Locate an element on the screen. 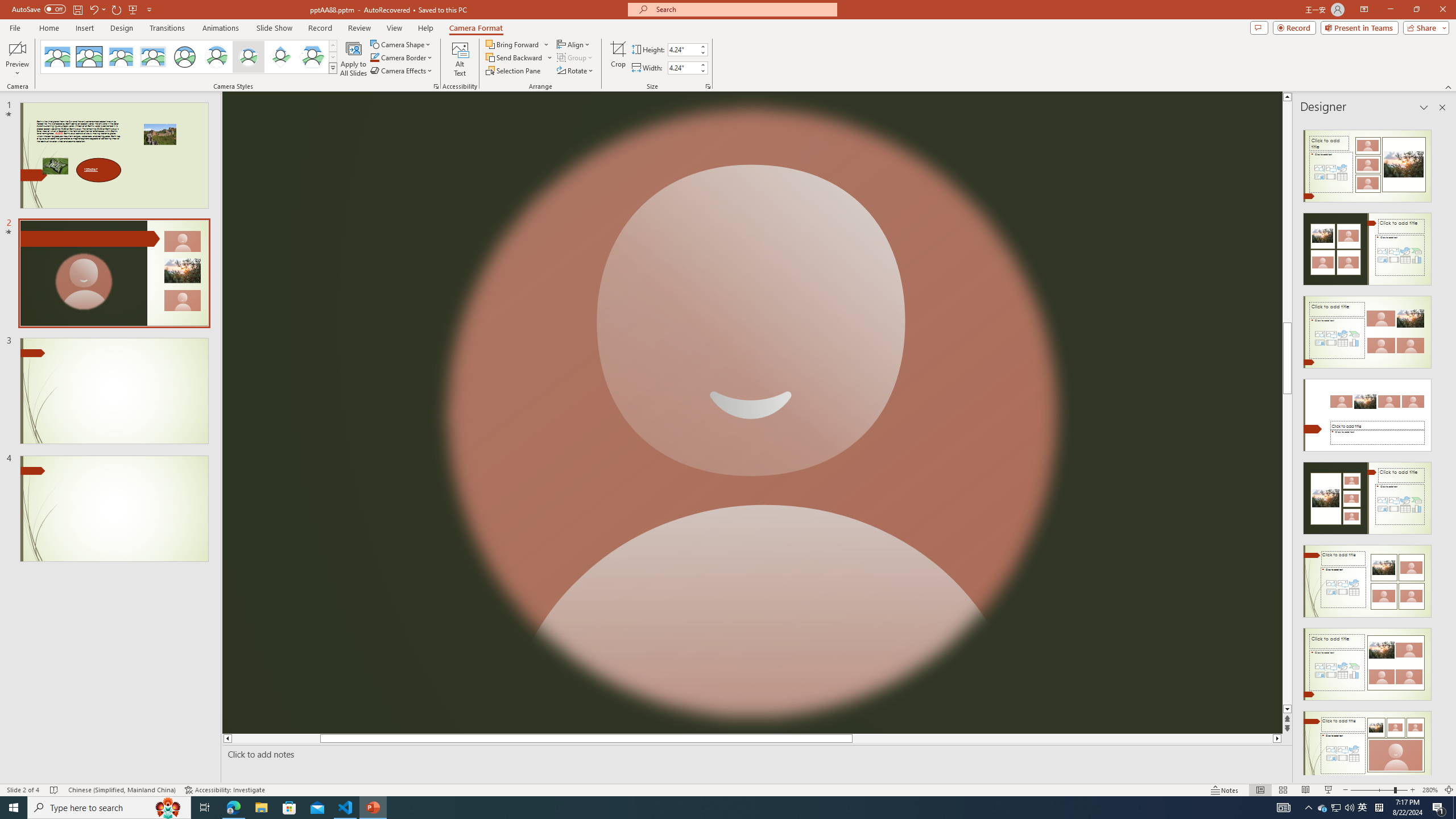 This screenshot has height=819, width=1456. 'Camera Effects' is located at coordinates (402, 69).